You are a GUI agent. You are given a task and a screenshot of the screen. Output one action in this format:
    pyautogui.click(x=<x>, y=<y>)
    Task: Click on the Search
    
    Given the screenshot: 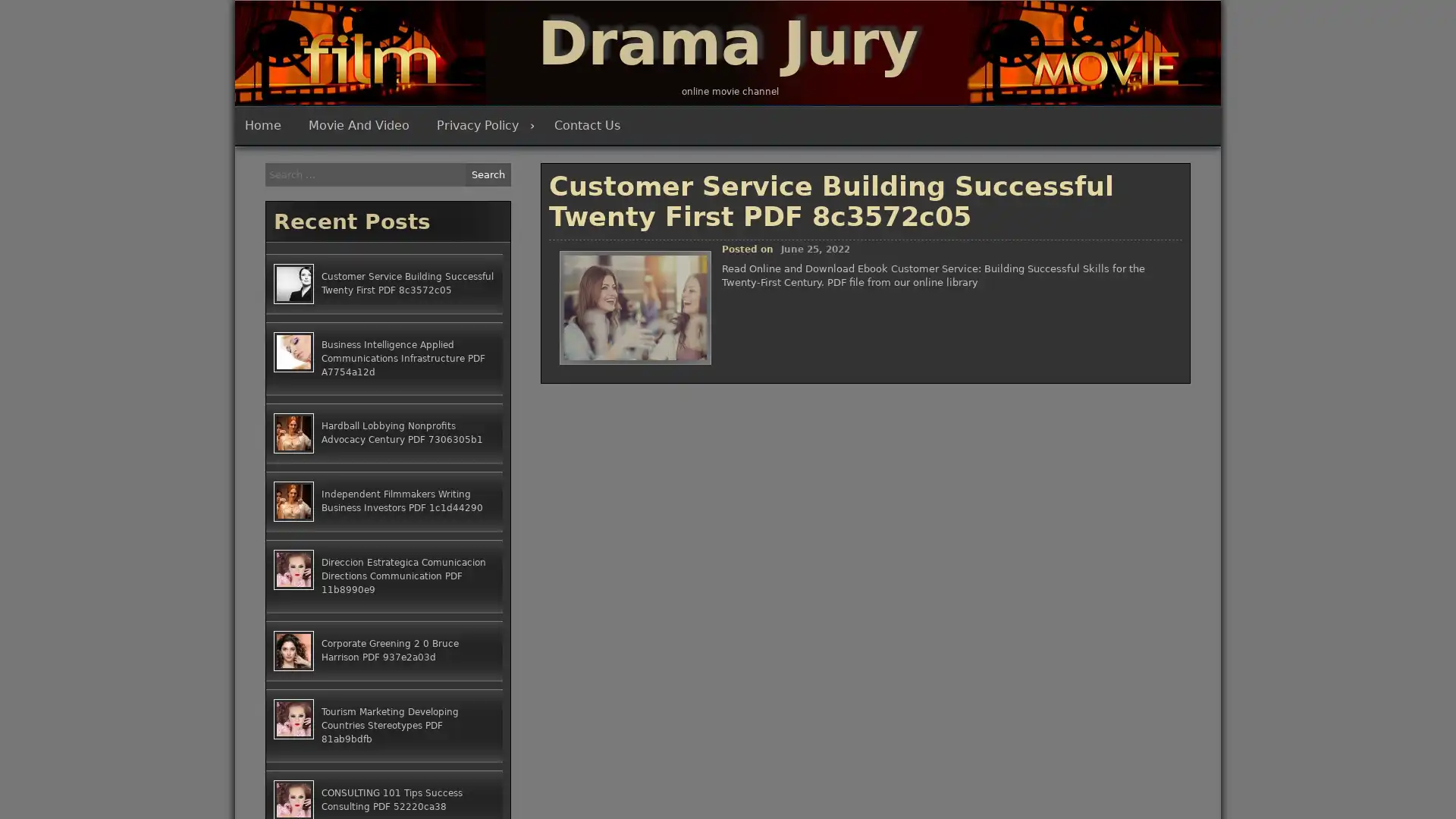 What is the action you would take?
    pyautogui.click(x=488, y=174)
    